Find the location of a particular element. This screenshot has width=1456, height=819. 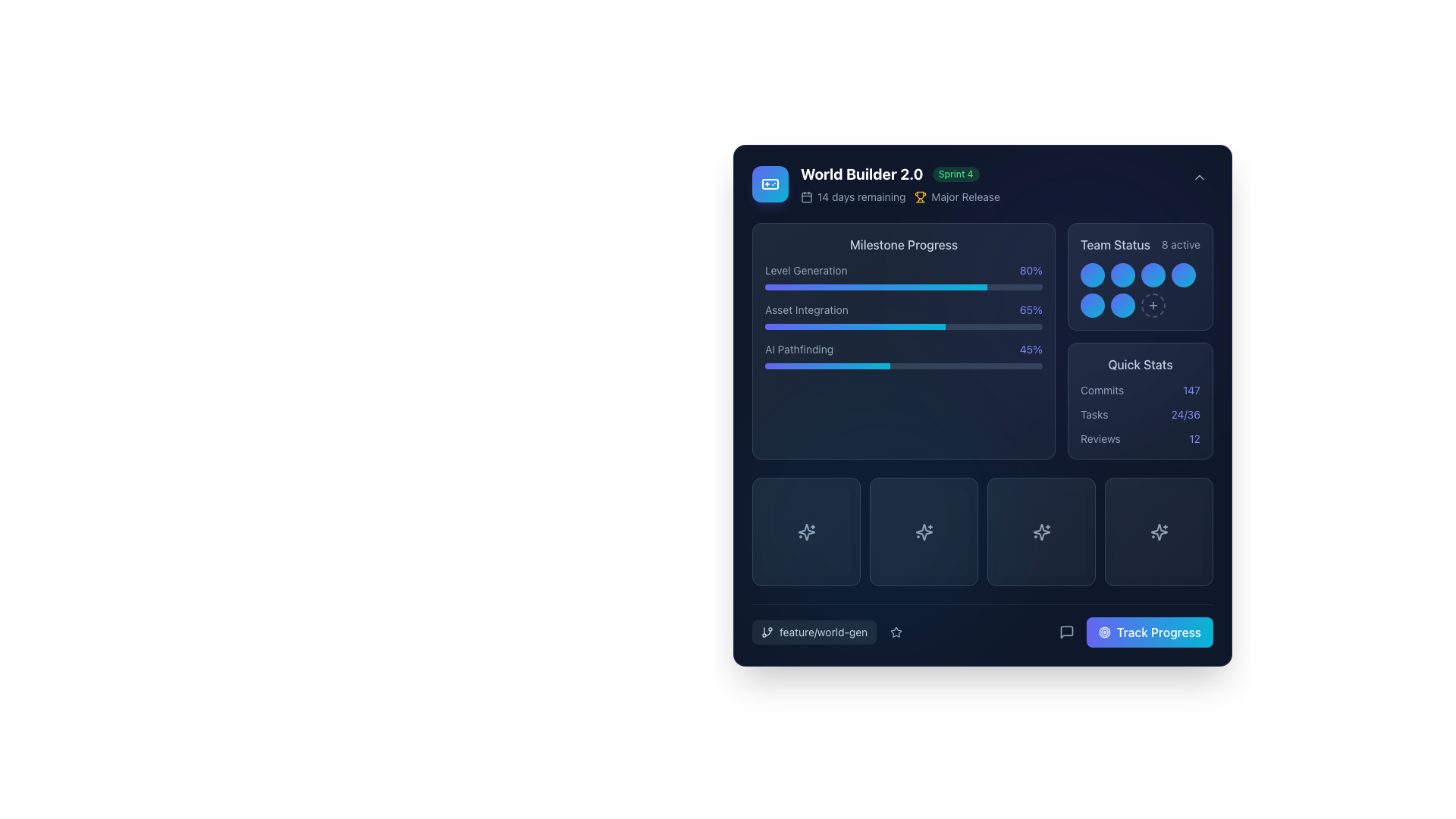

the fifth circle in the 'Team Status' area, which serves as a status indicator for team members or activities is located at coordinates (1092, 305).